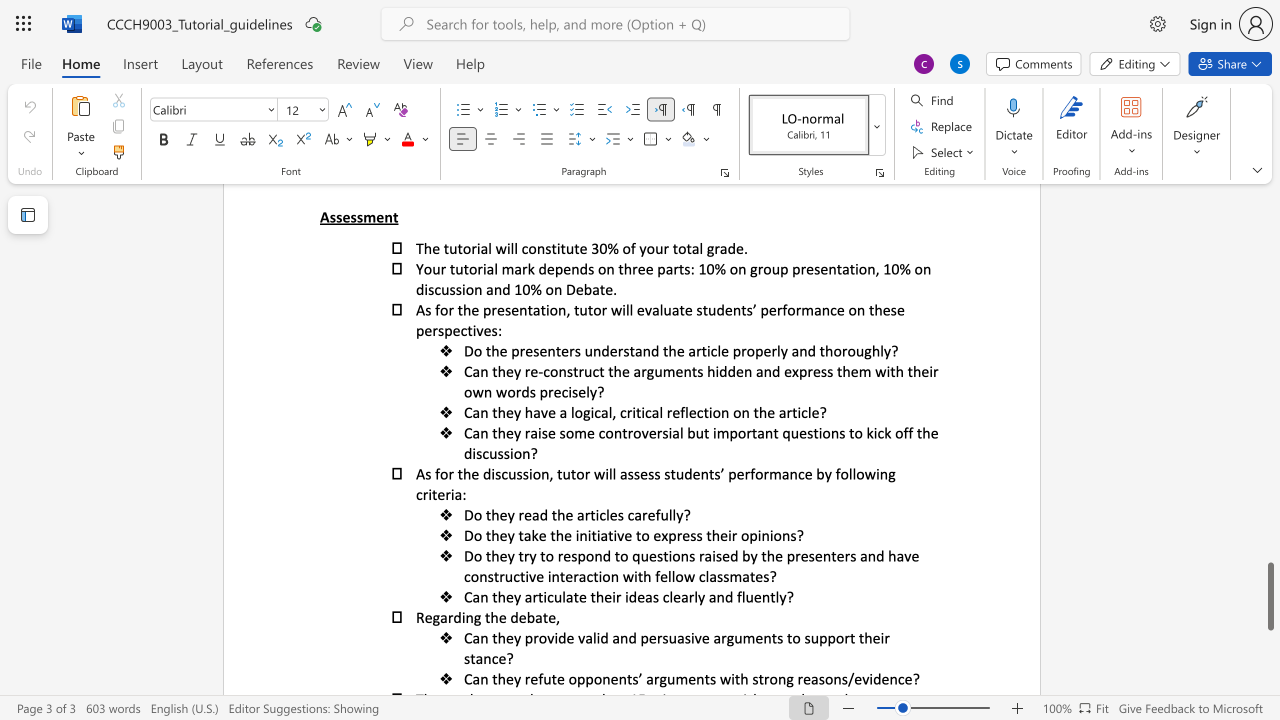 The height and width of the screenshot is (720, 1280). What do you see at coordinates (1269, 390) in the screenshot?
I see `the scrollbar to scroll the page up` at bounding box center [1269, 390].